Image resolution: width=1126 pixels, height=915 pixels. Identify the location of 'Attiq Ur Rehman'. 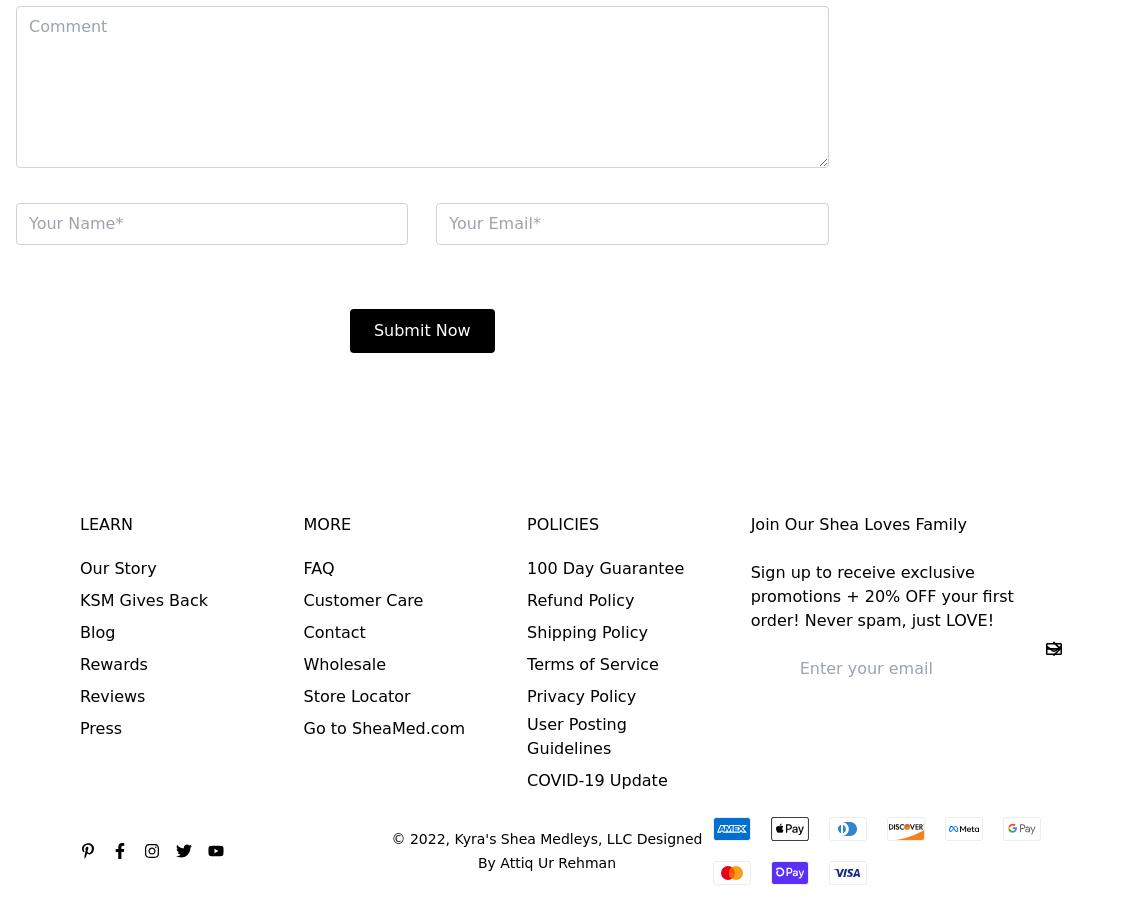
(558, 863).